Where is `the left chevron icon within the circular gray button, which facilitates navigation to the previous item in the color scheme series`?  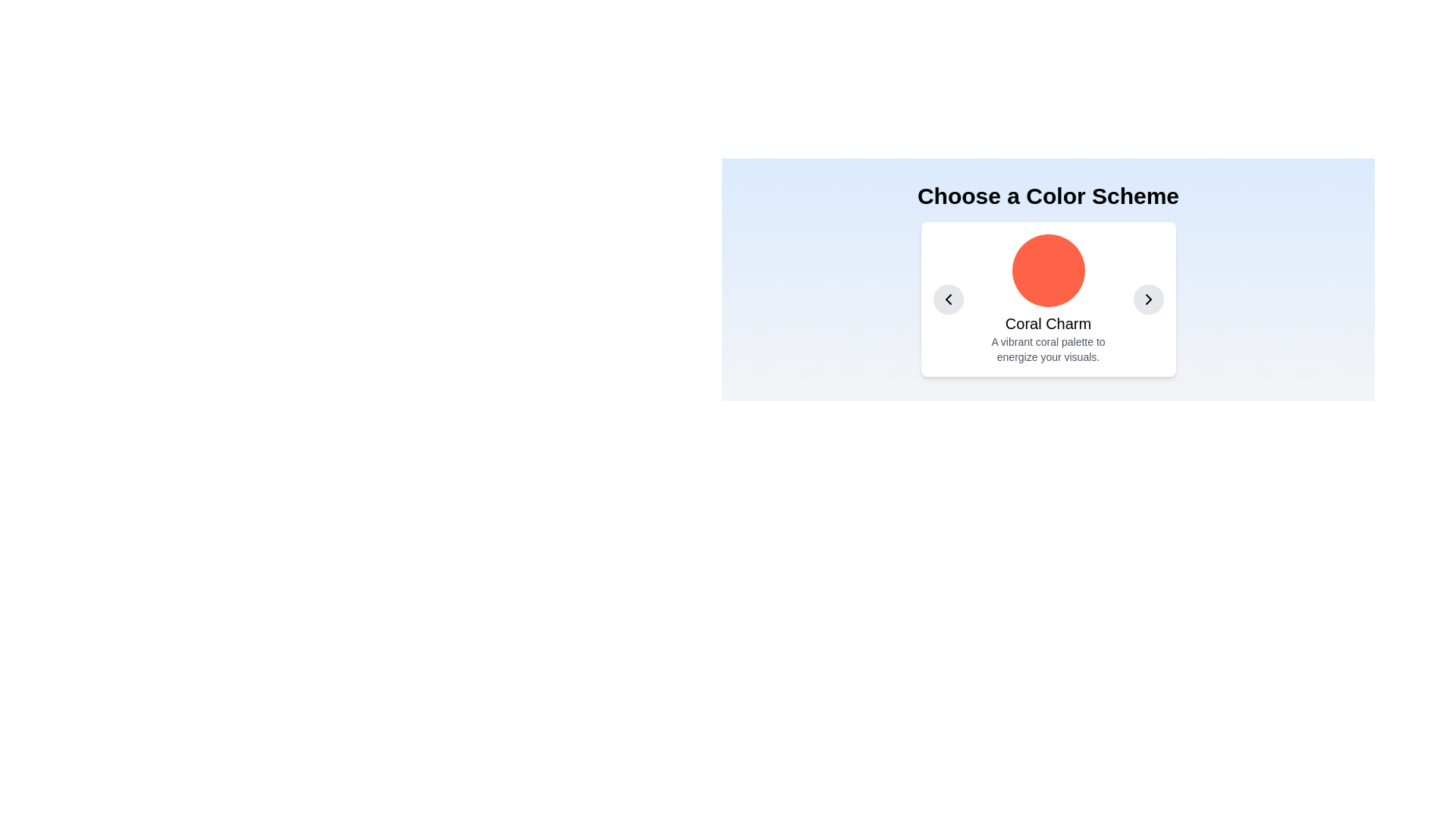
the left chevron icon within the circular gray button, which facilitates navigation to the previous item in the color scheme series is located at coordinates (947, 299).